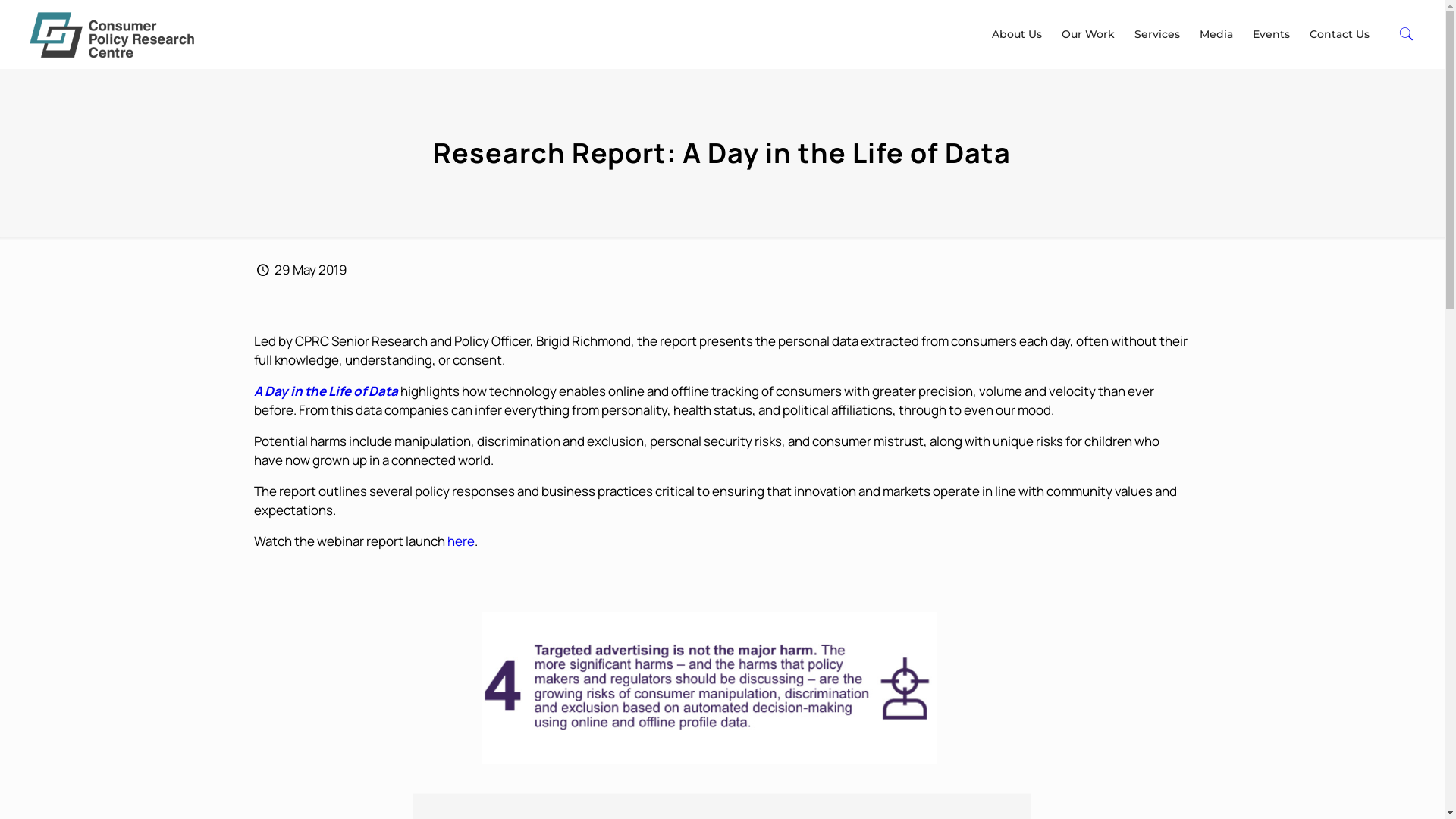 This screenshot has width=1456, height=819. I want to click on 'Events', so click(1271, 34).